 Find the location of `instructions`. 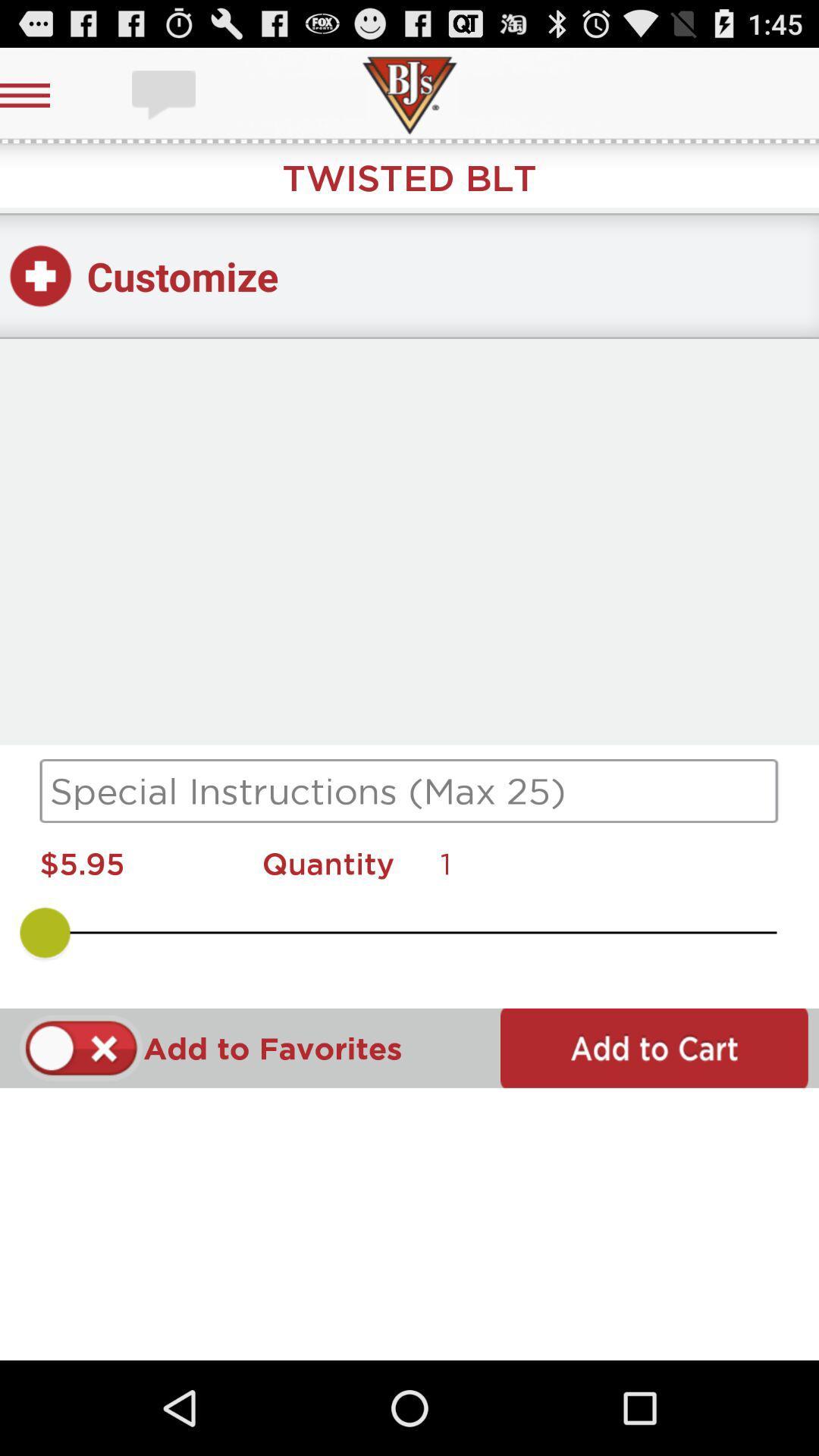

instructions is located at coordinates (409, 790).